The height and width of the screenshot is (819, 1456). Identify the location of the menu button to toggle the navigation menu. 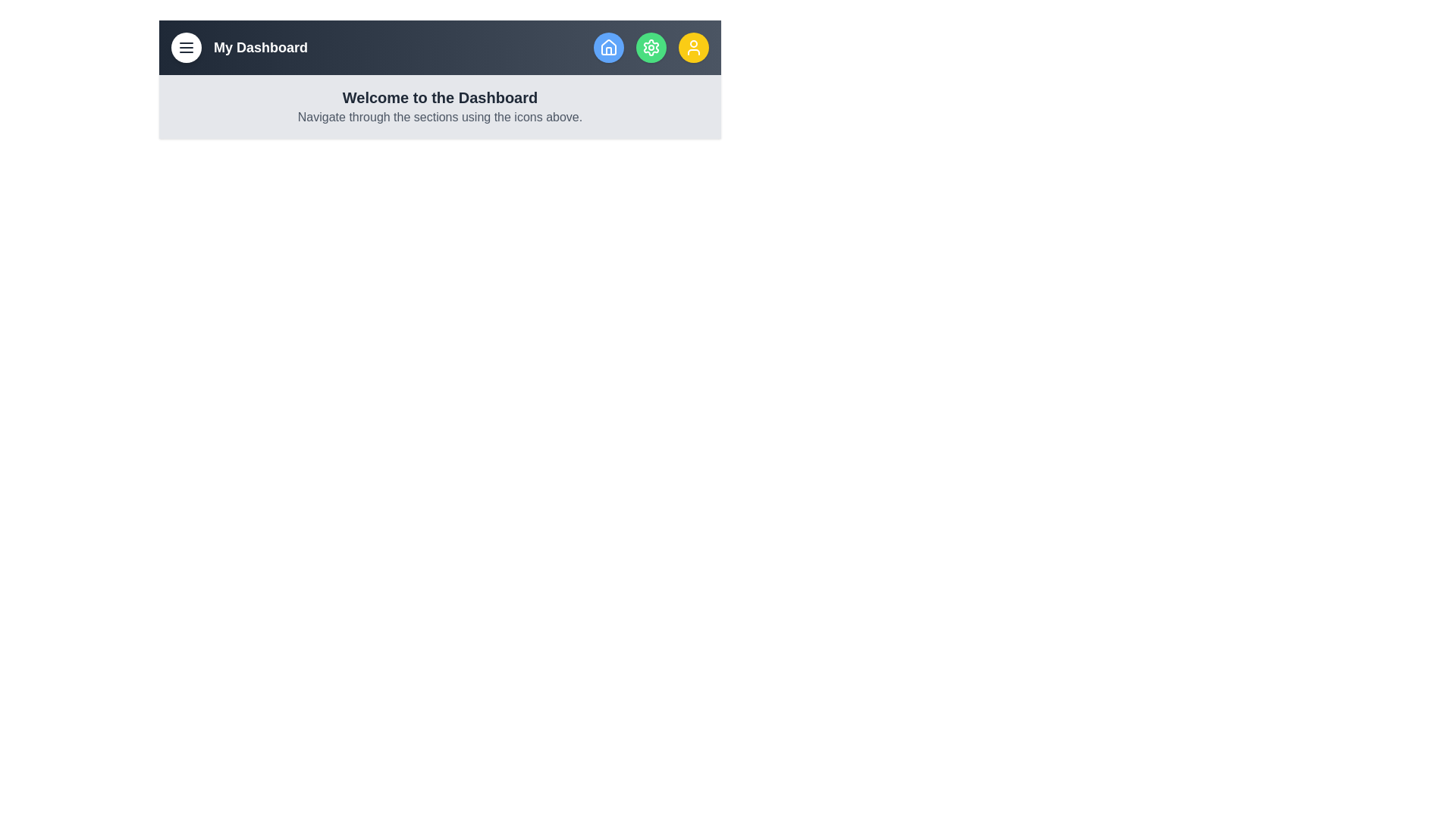
(185, 46).